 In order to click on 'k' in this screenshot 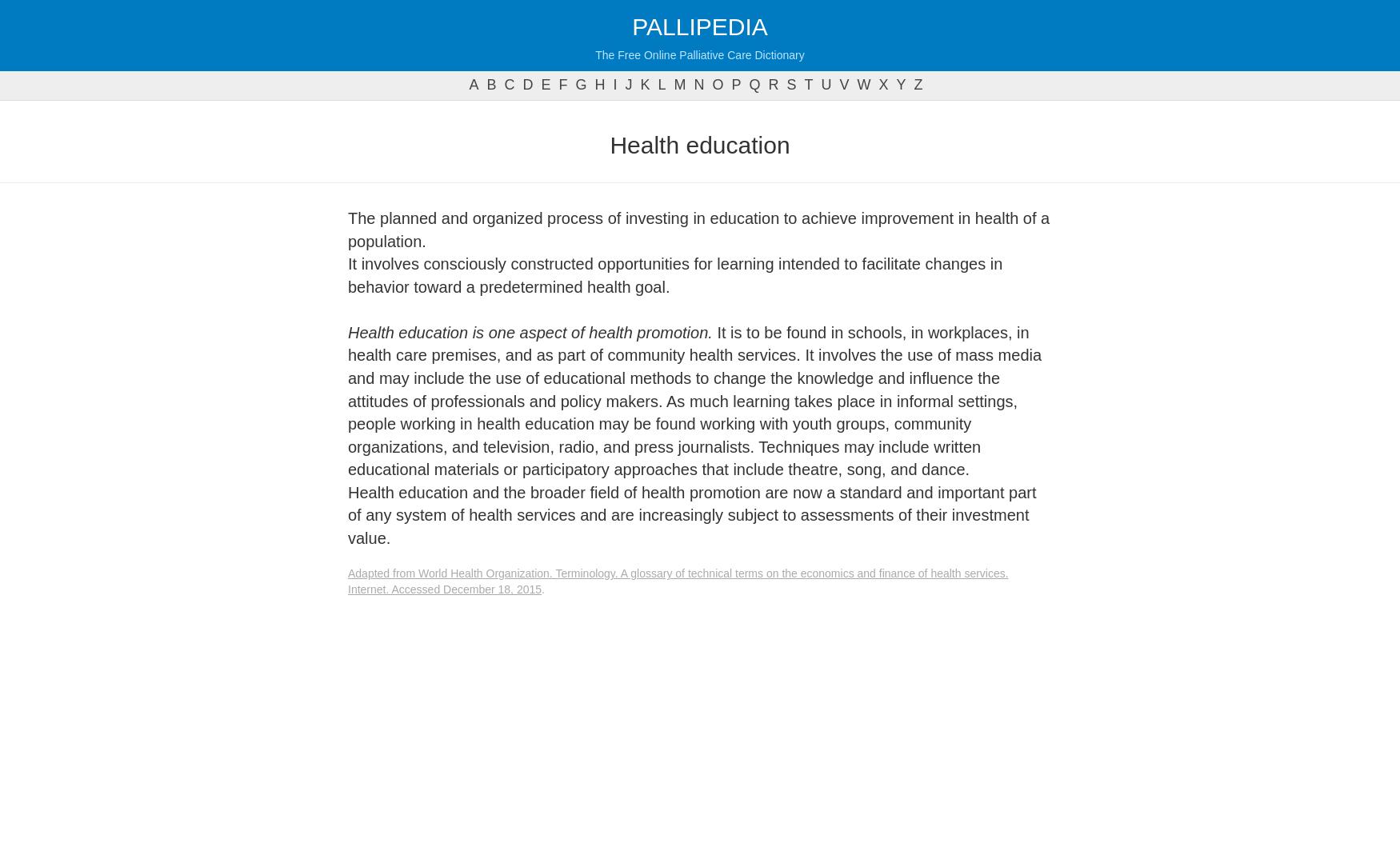, I will do `click(644, 85)`.